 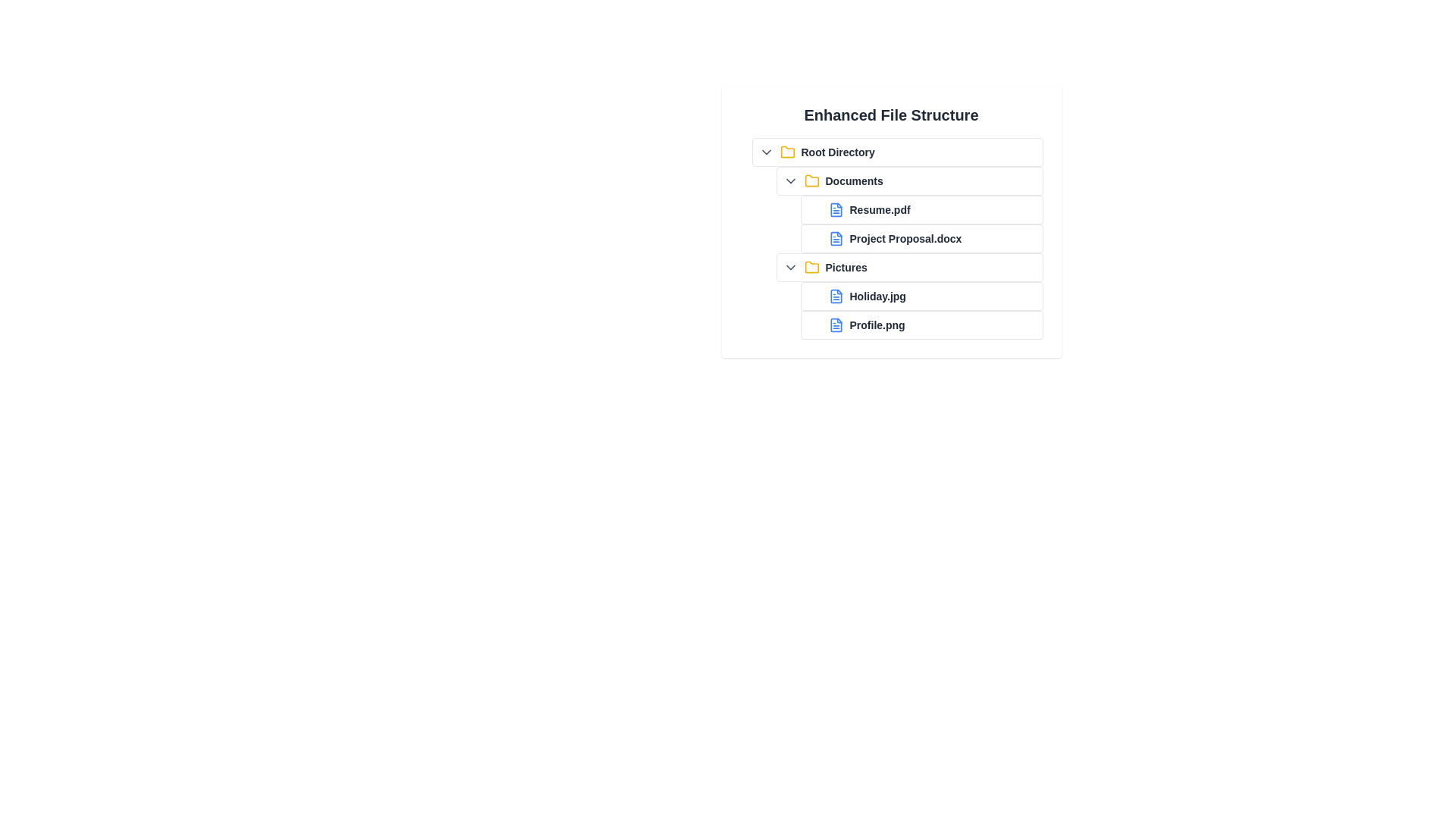 What do you see at coordinates (921, 296) in the screenshot?
I see `the file named 'Holiday.jpg' in the 'Pictures' section of the file explorer` at bounding box center [921, 296].